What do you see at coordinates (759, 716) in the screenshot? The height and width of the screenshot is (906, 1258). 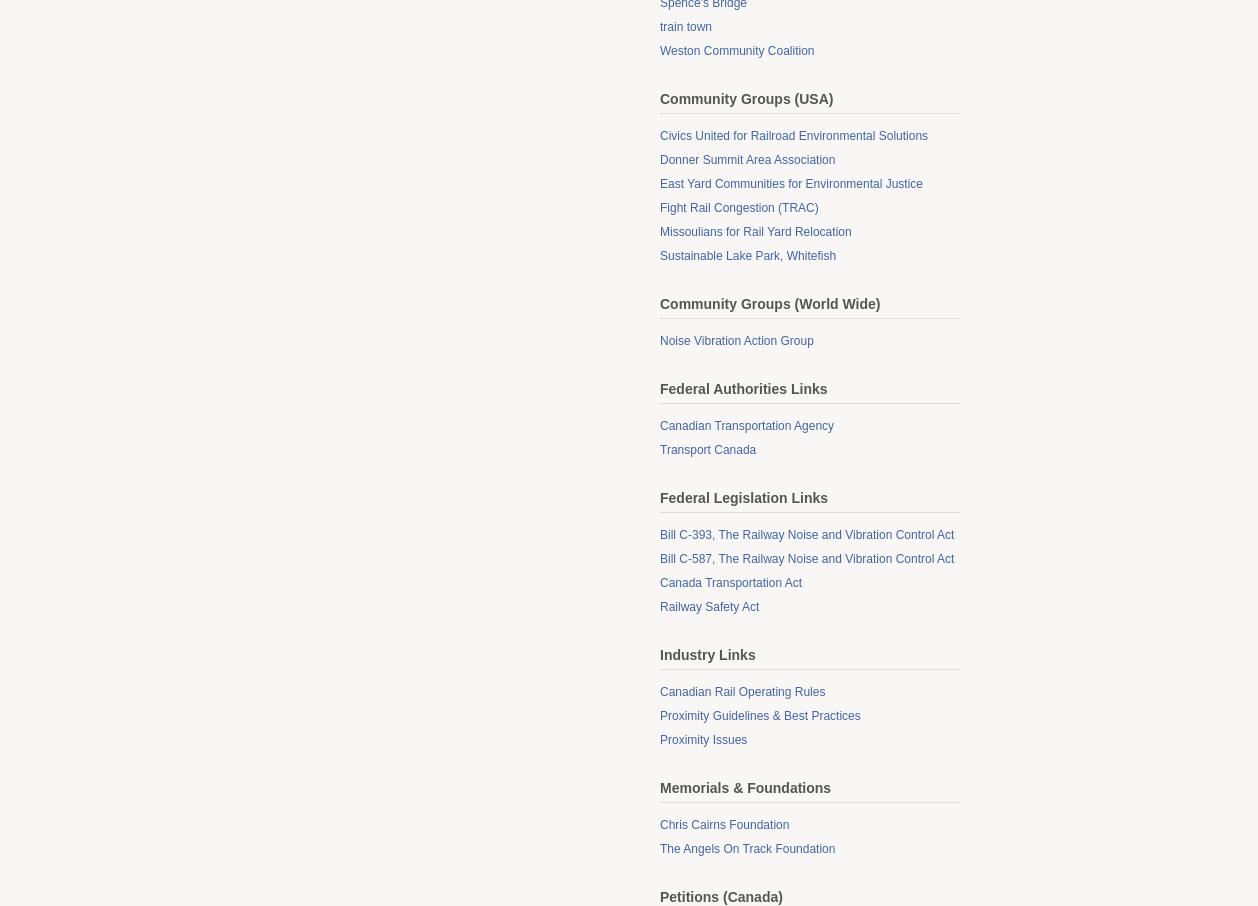 I see `'Proximity Guidelines & Best Practices'` at bounding box center [759, 716].